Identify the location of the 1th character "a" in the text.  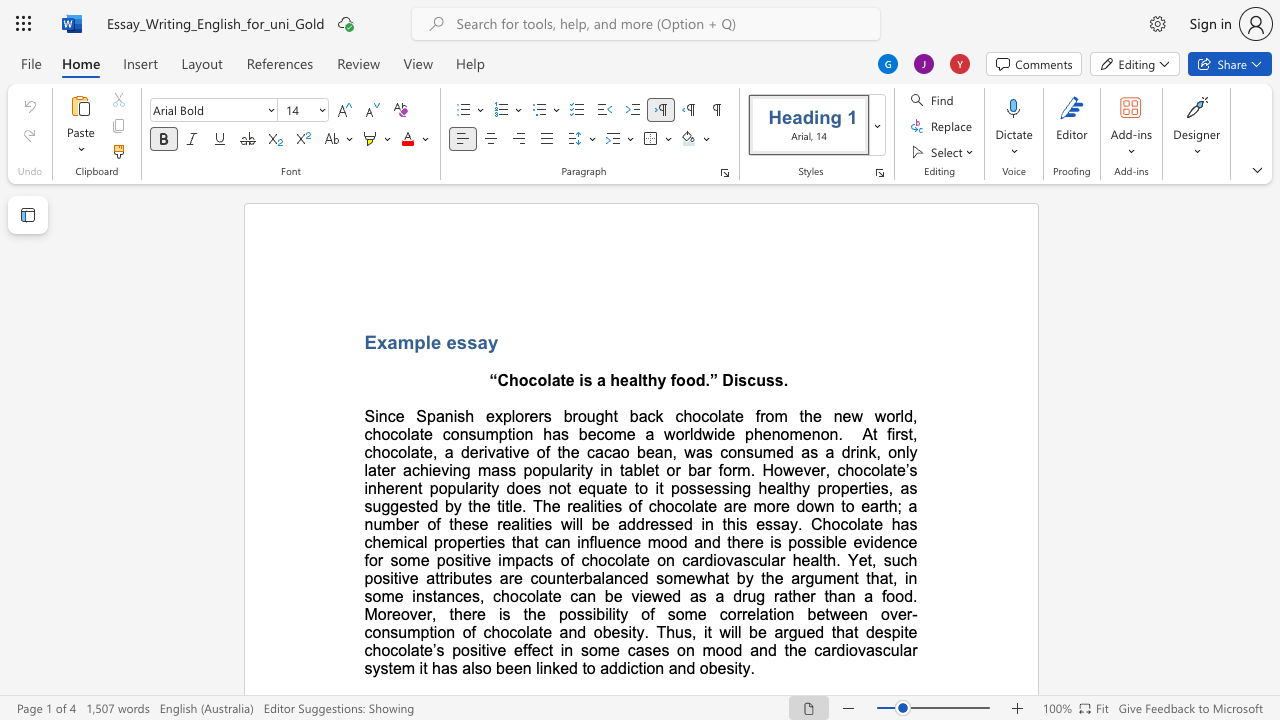
(392, 341).